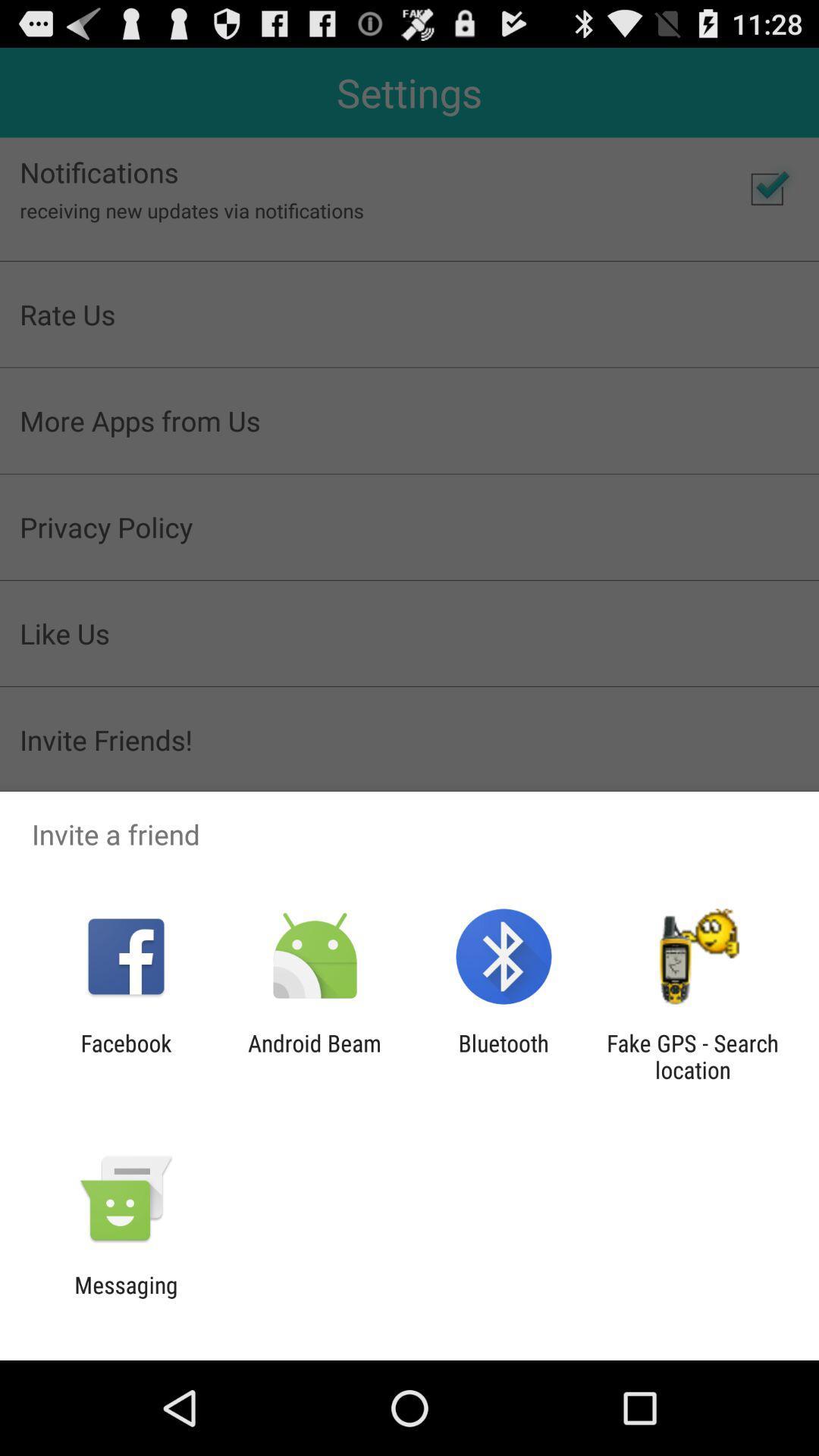  Describe the element at coordinates (125, 1056) in the screenshot. I see `the icon next to android beam app` at that location.